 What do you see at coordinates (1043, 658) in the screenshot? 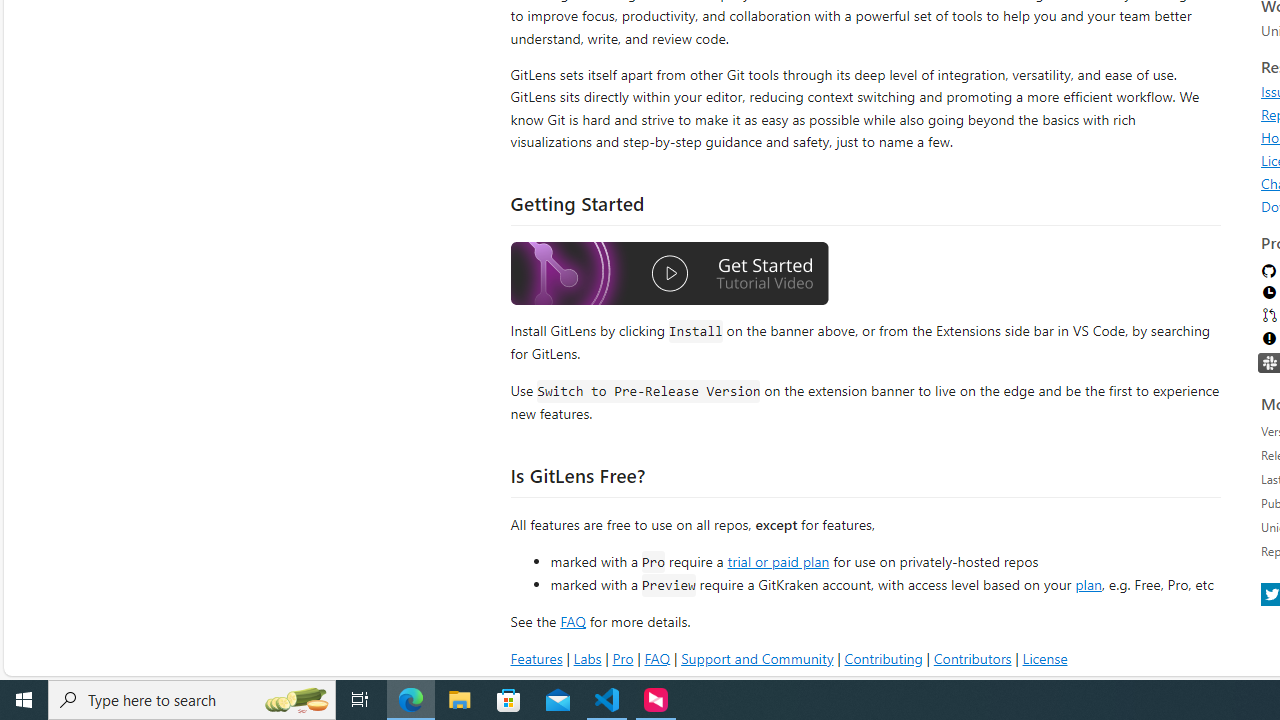
I see `'License'` at bounding box center [1043, 658].